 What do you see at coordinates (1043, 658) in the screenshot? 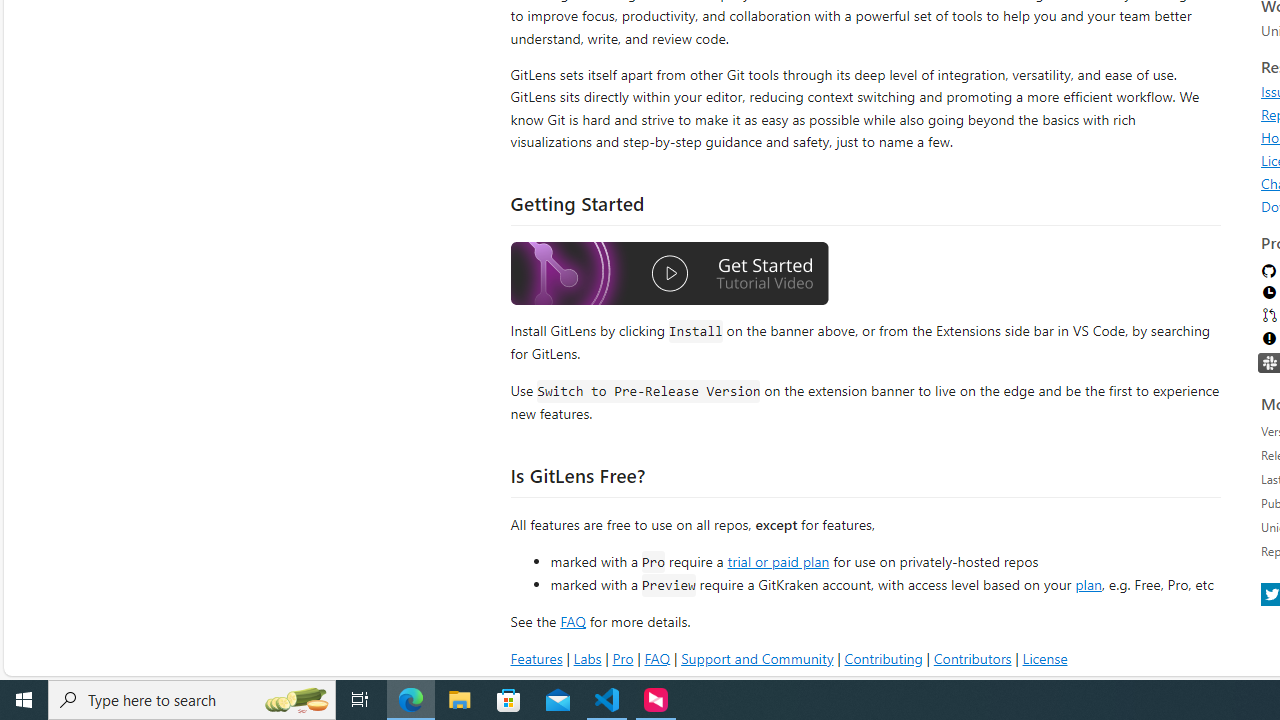
I see `'License'` at bounding box center [1043, 658].